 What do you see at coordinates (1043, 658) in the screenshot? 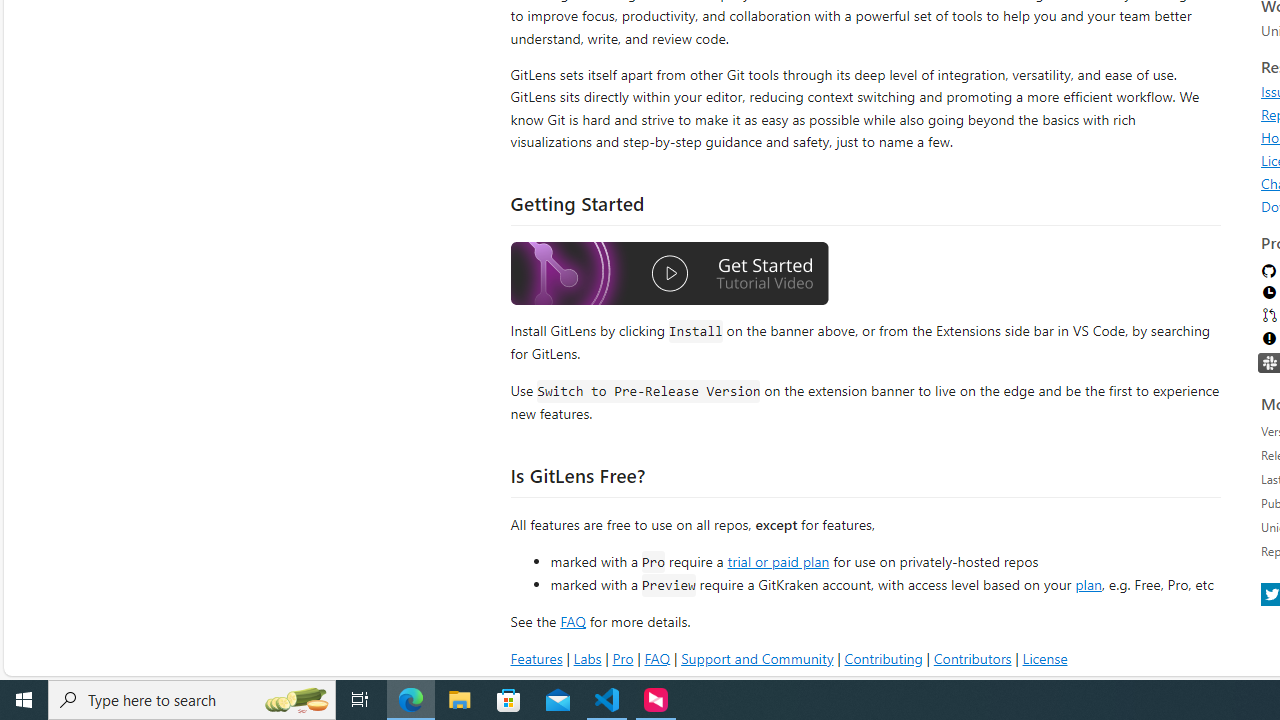
I see `'License'` at bounding box center [1043, 658].